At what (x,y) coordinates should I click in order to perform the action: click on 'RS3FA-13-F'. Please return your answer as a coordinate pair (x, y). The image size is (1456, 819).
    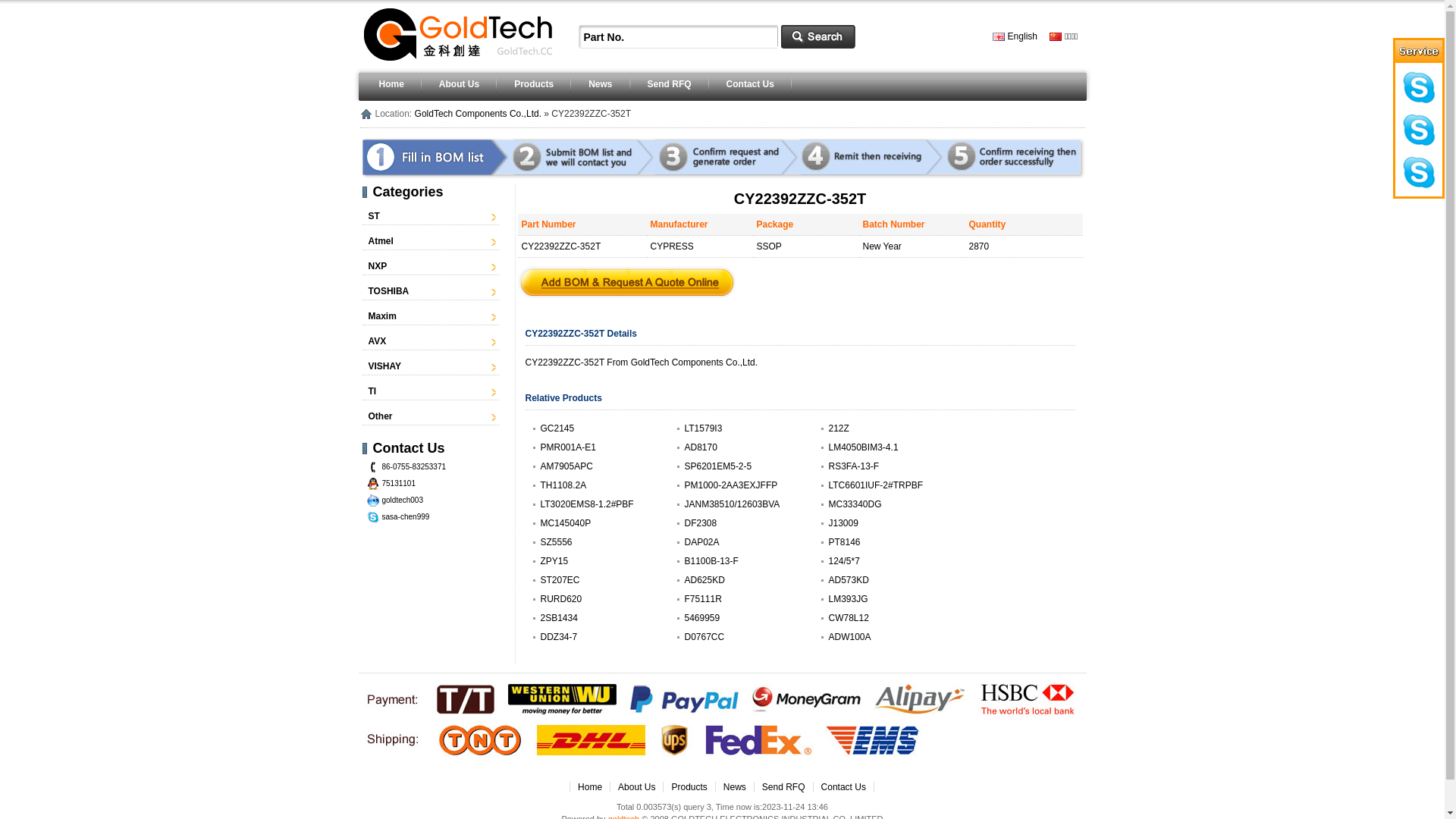
    Looking at the image, I should click on (853, 465).